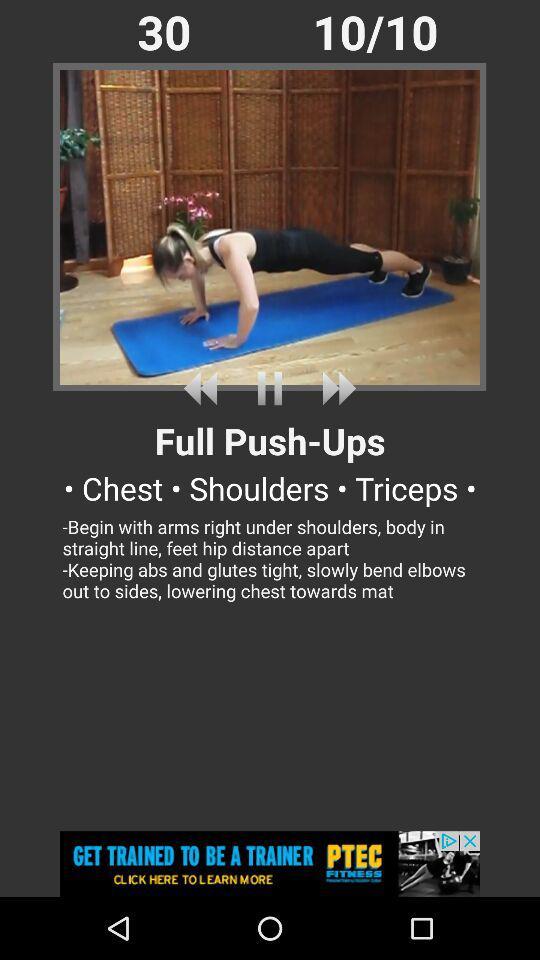  I want to click on see advertisement, so click(270, 863).